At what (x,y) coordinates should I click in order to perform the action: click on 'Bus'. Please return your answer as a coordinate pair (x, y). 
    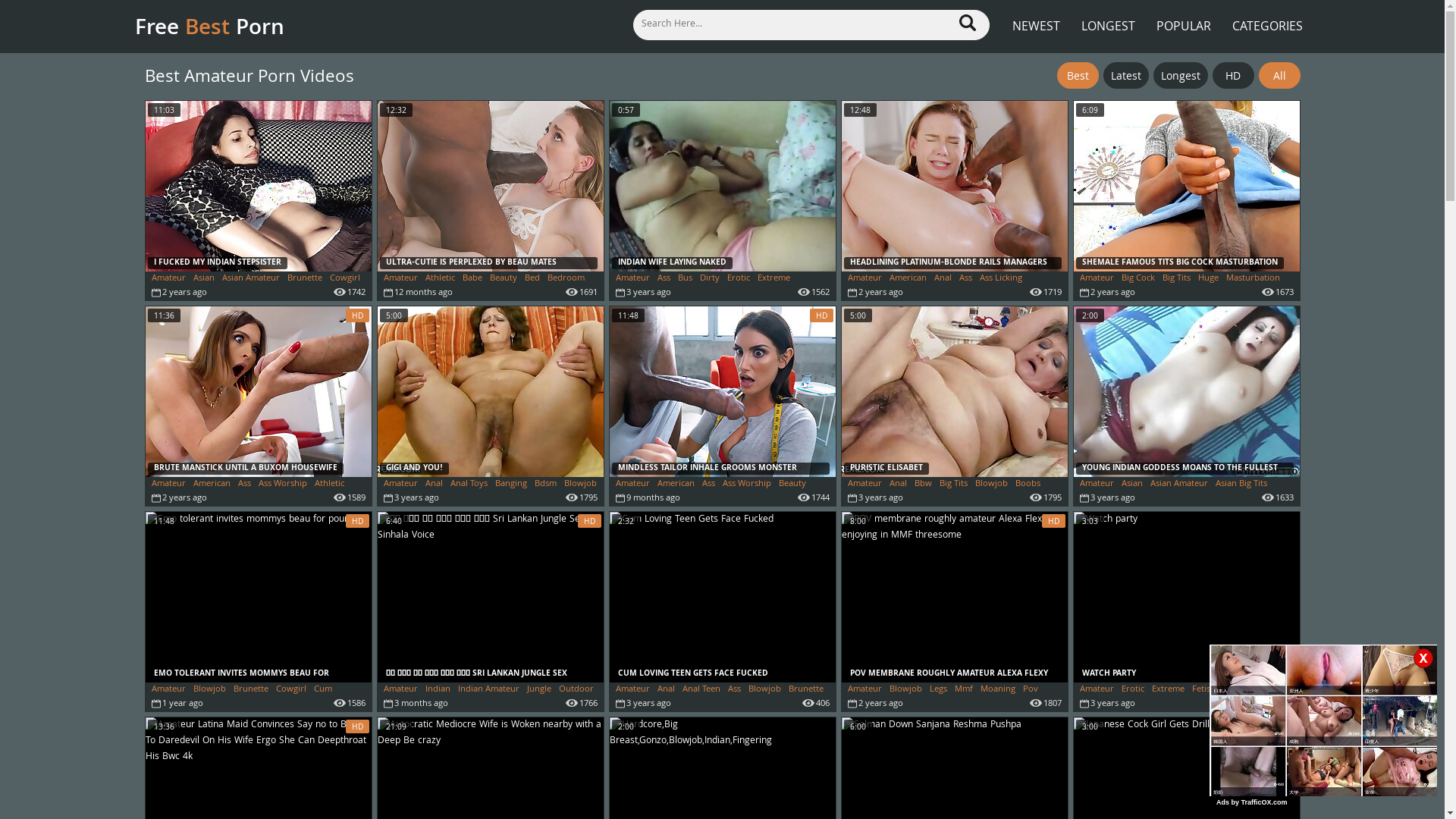
    Looking at the image, I should click on (684, 278).